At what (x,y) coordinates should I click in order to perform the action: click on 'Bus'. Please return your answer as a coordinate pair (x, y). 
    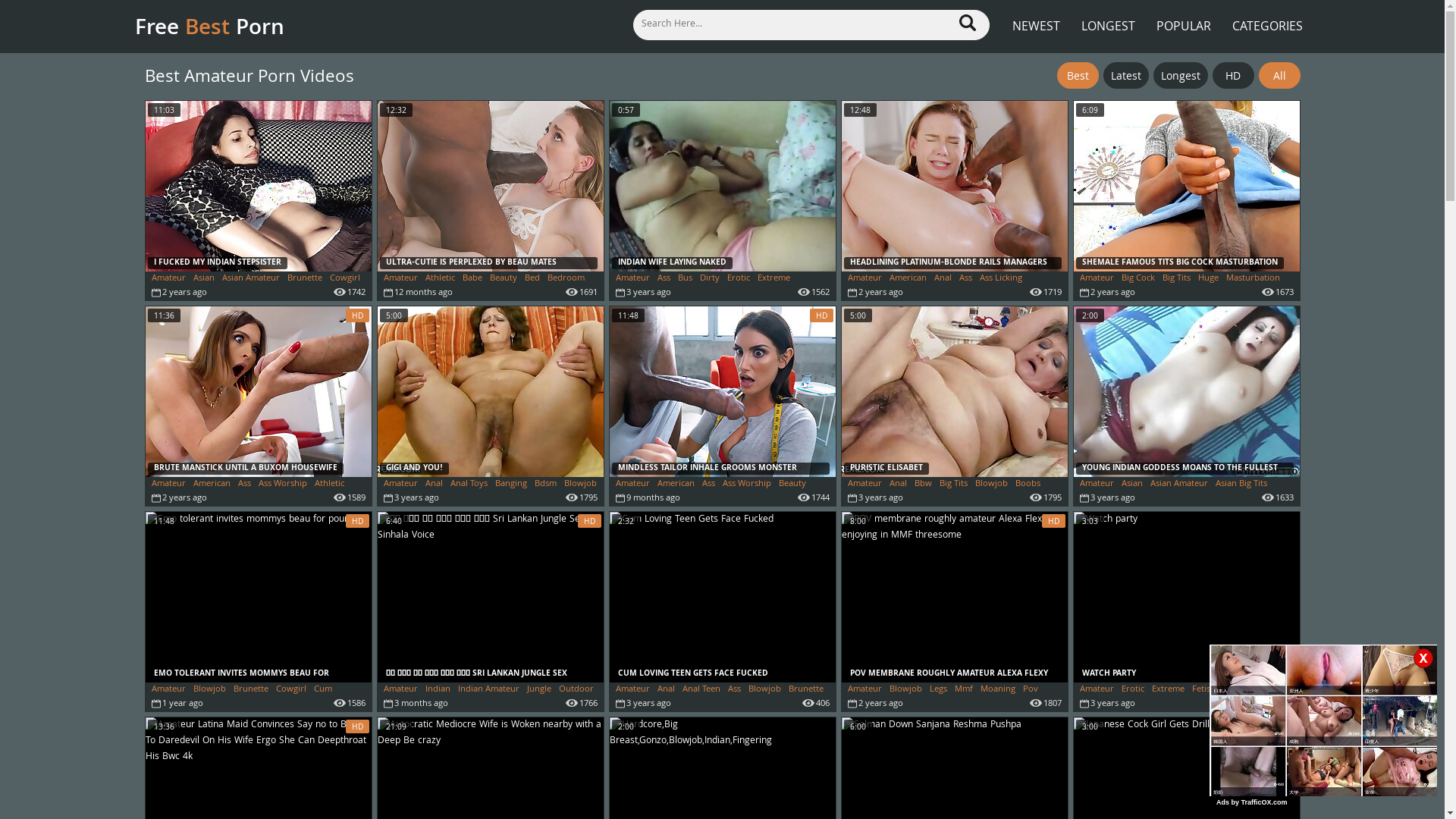
    Looking at the image, I should click on (684, 278).